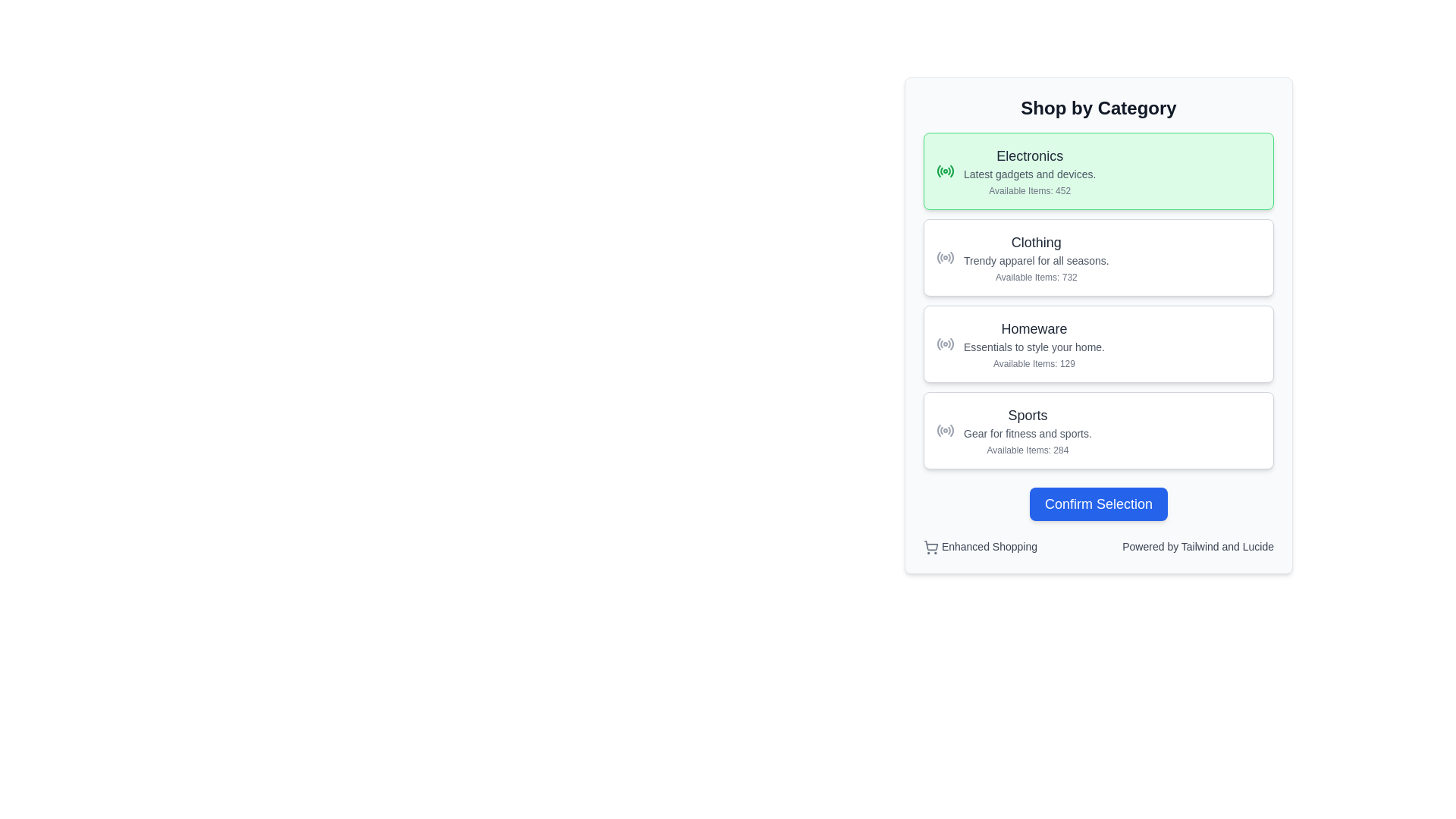 The image size is (1456, 819). What do you see at coordinates (1030, 174) in the screenshot?
I see `the text element that describes the 'Electronics' category, specifically the text that states 'Latest gadgets and devices.'` at bounding box center [1030, 174].